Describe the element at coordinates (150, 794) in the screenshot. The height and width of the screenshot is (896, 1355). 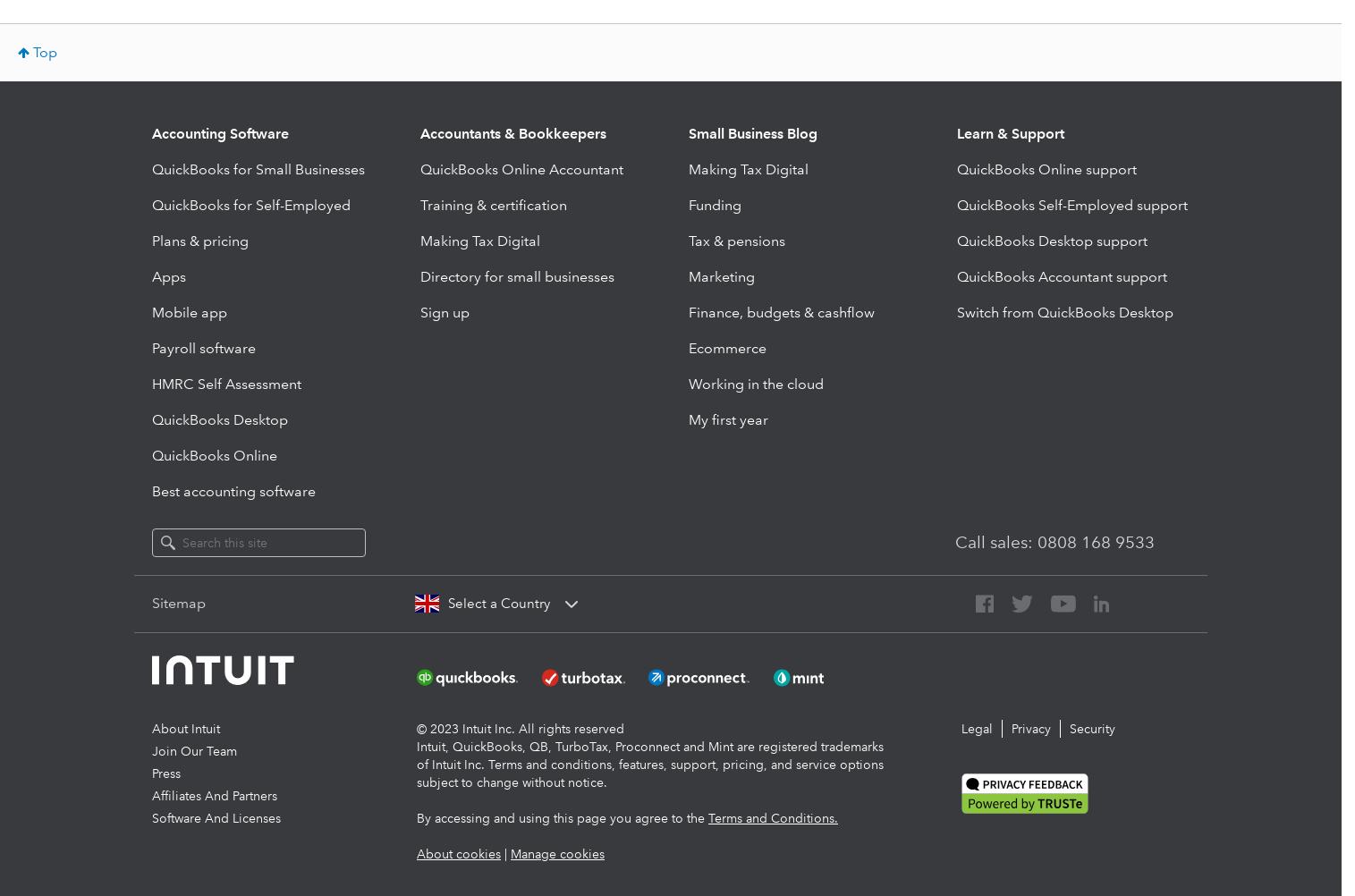
I see `'Affiliates And Partners'` at that location.